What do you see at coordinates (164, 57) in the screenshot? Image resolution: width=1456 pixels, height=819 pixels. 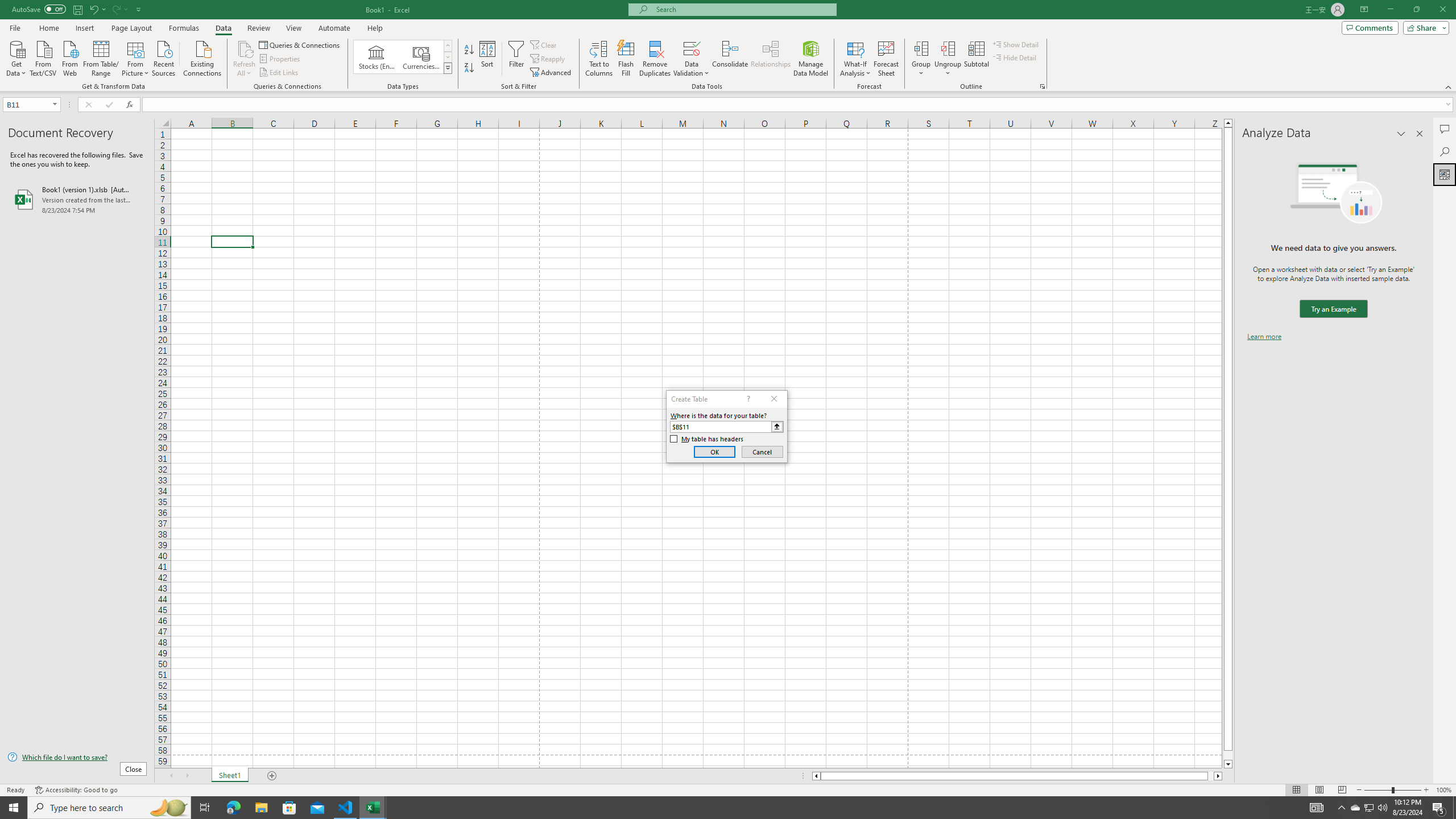 I see `'Recent Sources'` at bounding box center [164, 57].